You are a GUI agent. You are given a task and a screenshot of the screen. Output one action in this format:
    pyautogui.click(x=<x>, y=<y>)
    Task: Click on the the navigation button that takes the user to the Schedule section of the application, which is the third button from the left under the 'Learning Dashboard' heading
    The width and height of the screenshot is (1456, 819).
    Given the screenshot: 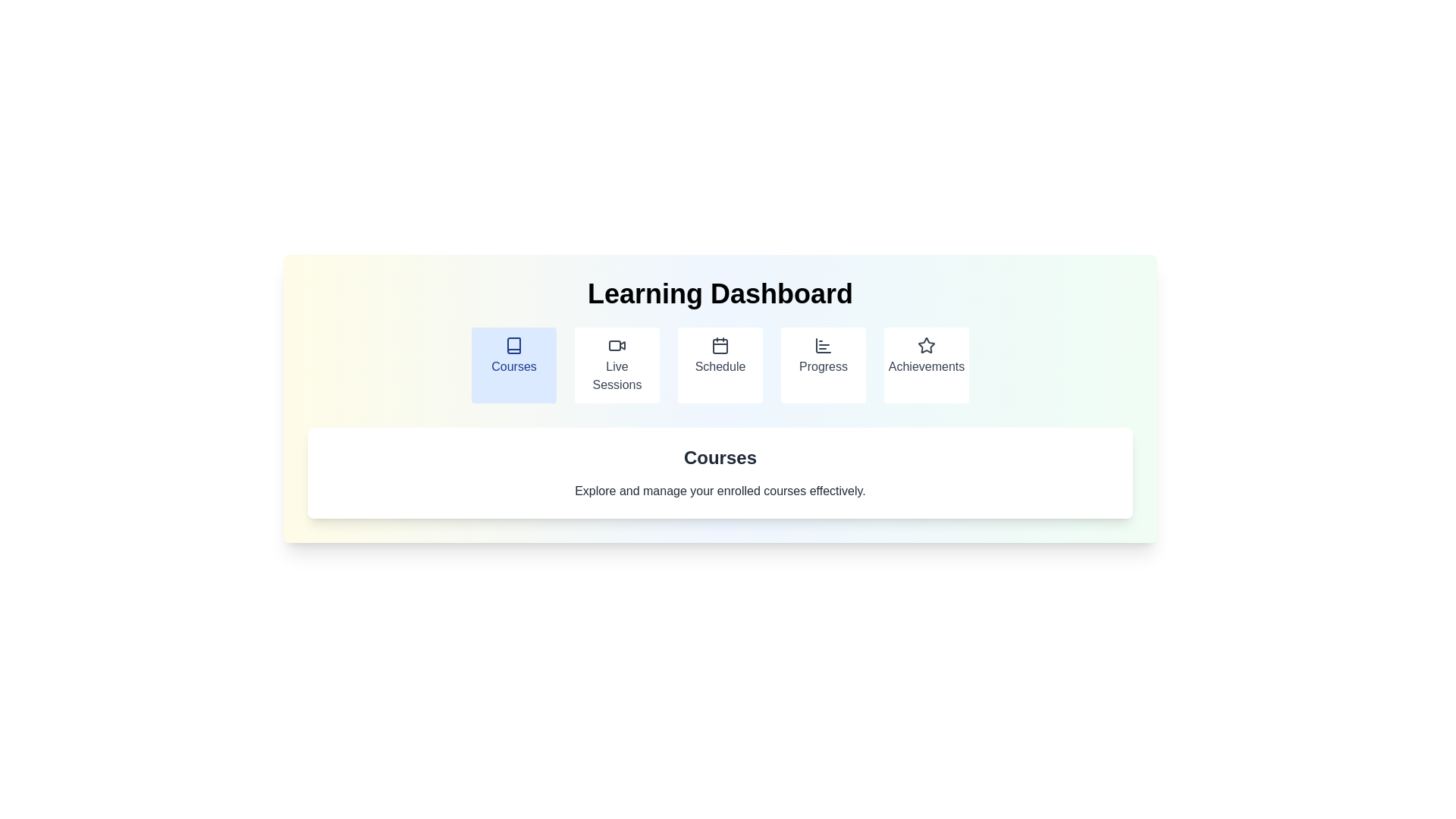 What is the action you would take?
    pyautogui.click(x=720, y=366)
    